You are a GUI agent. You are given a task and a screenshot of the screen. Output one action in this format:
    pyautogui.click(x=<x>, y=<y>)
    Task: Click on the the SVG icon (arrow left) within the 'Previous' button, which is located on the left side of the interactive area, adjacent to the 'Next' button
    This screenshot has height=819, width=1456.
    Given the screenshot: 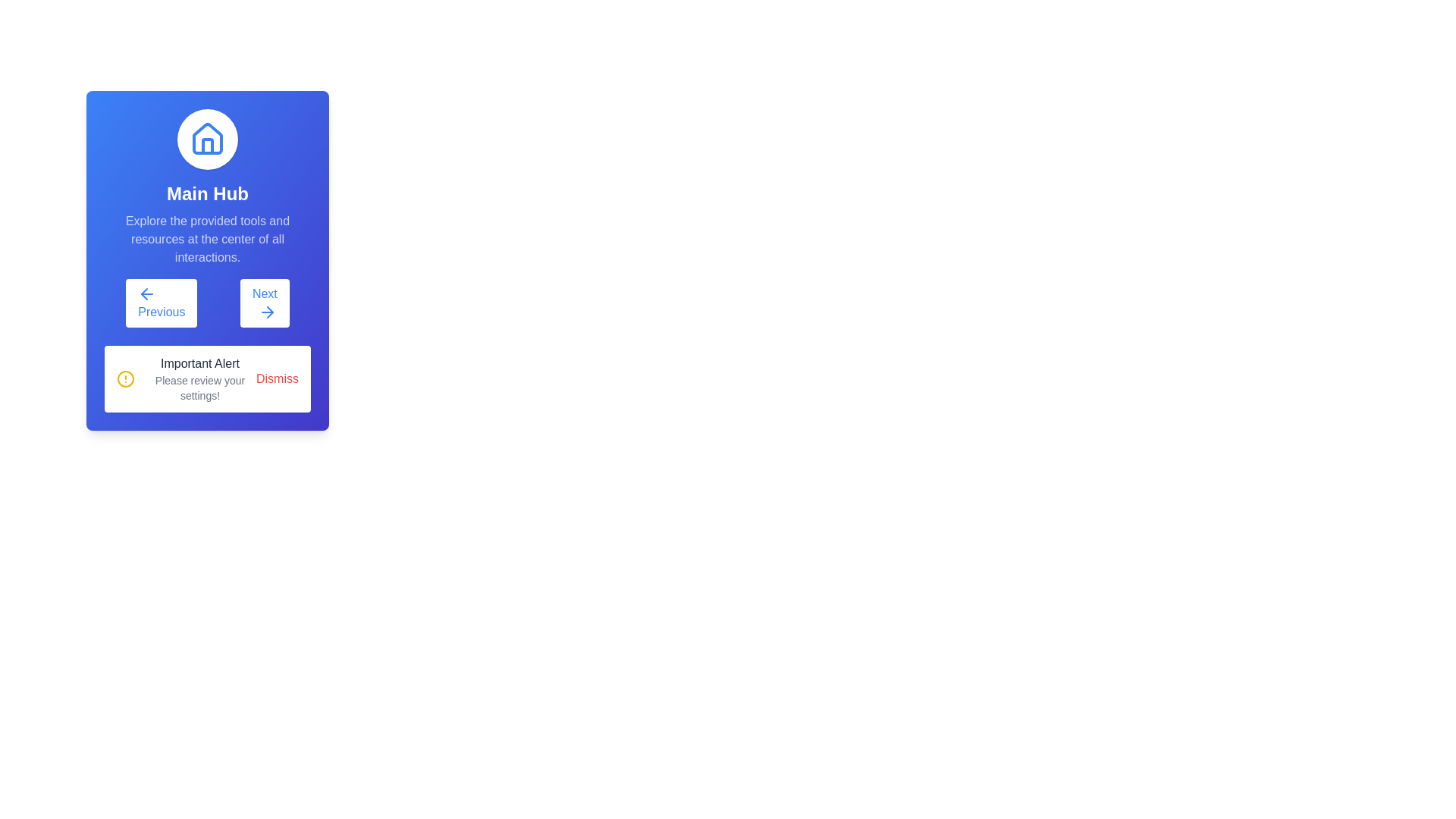 What is the action you would take?
    pyautogui.click(x=147, y=294)
    